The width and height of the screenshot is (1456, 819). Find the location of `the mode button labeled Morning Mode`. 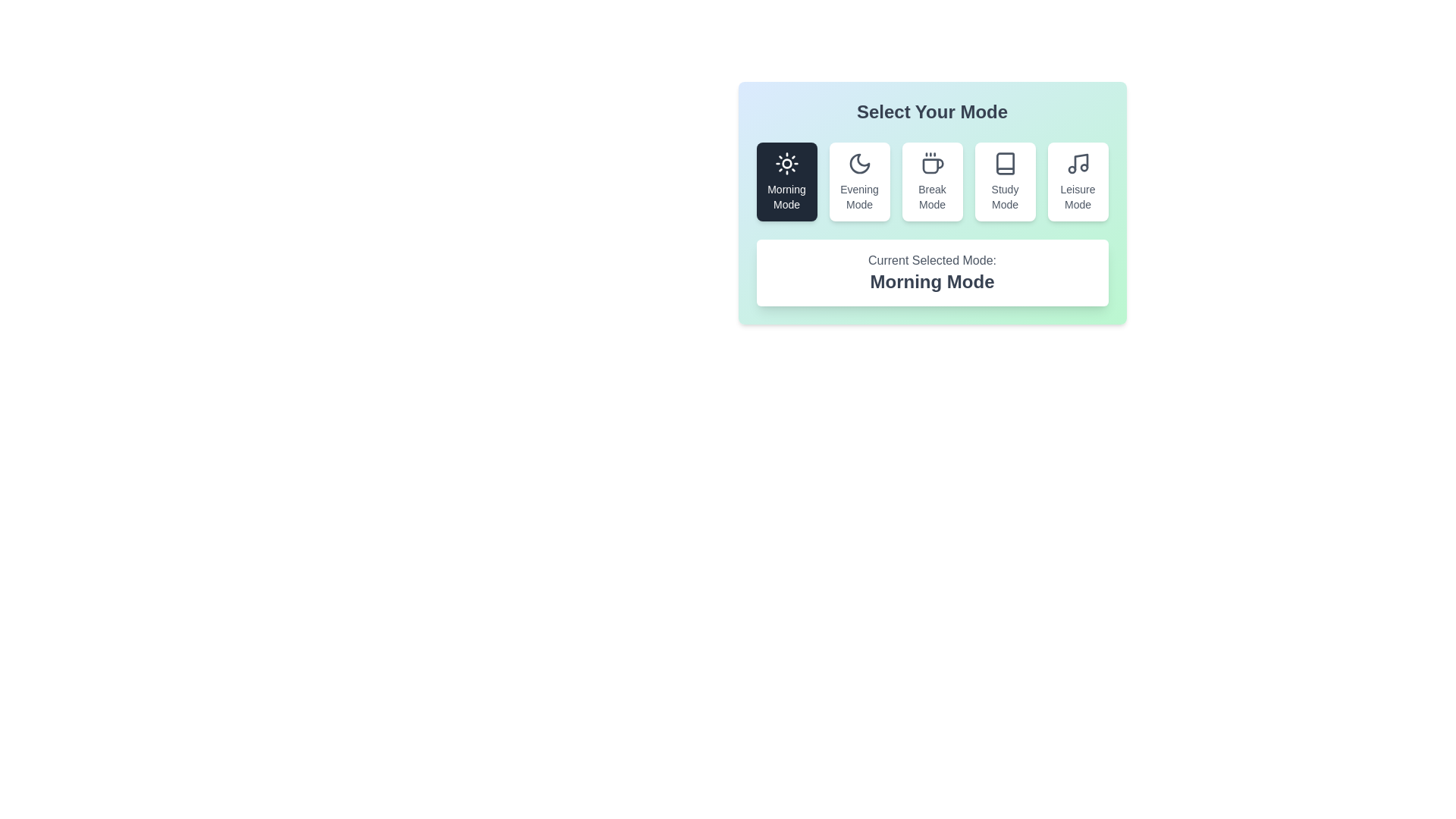

the mode button labeled Morning Mode is located at coordinates (786, 180).